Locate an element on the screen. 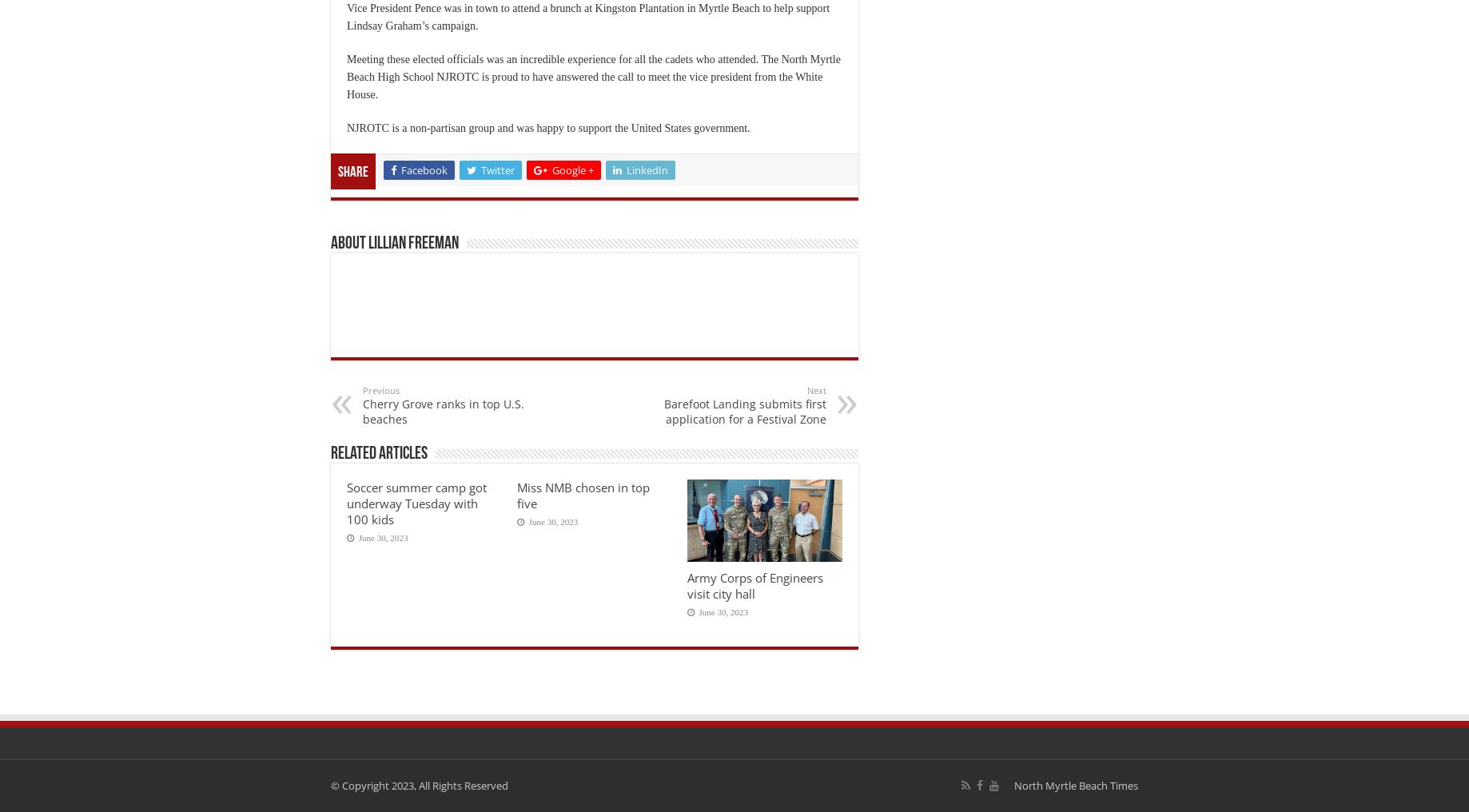 This screenshot has height=812, width=1469. 'Meeting these elected officials was an incredible experience for all  the cadets who attended. The North Myrtle Beach High School NJROTC is proud to have answered the call to meet the vice president from the White House.' is located at coordinates (593, 76).